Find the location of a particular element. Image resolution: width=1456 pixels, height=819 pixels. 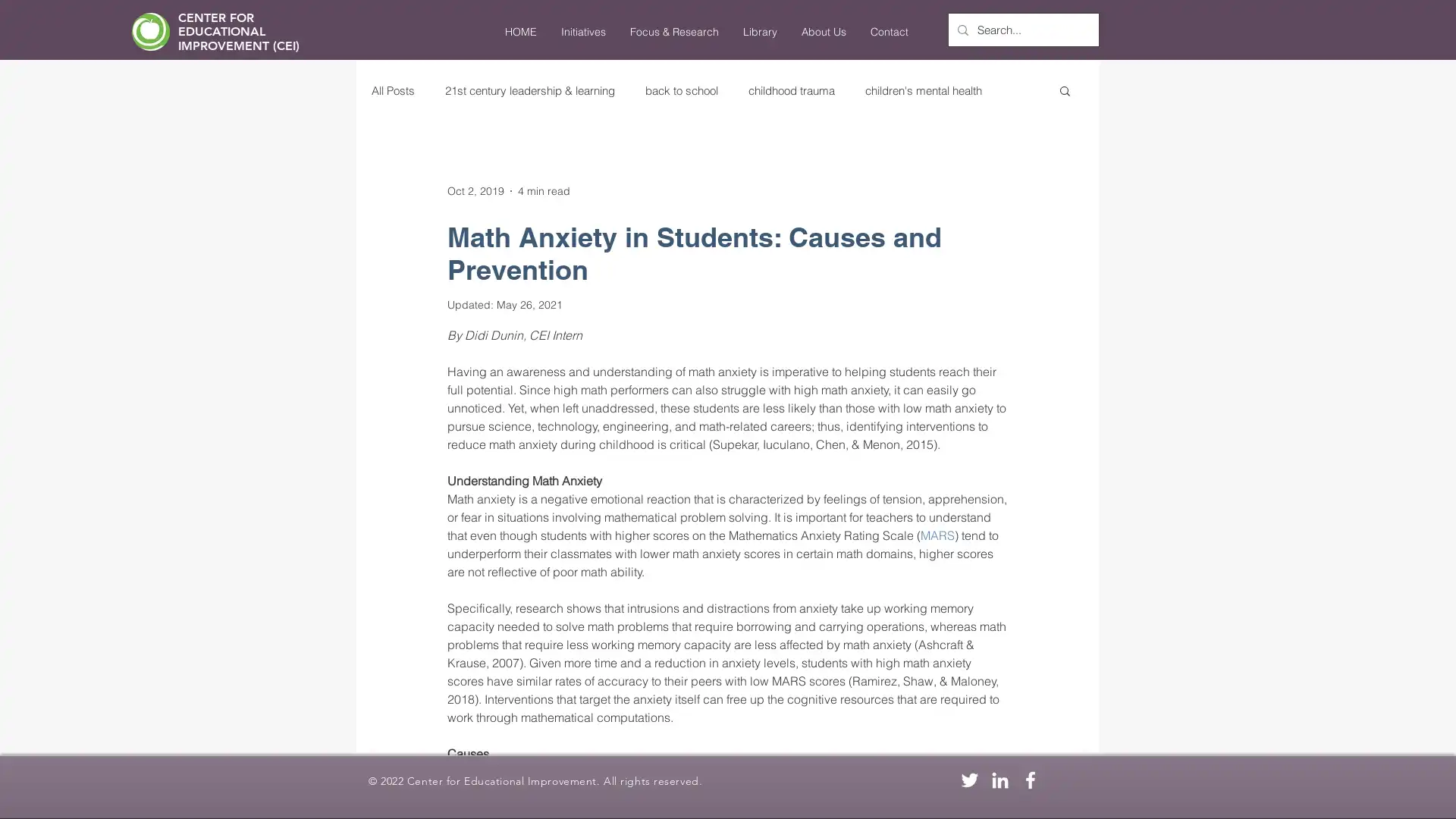

All Posts is located at coordinates (393, 89).